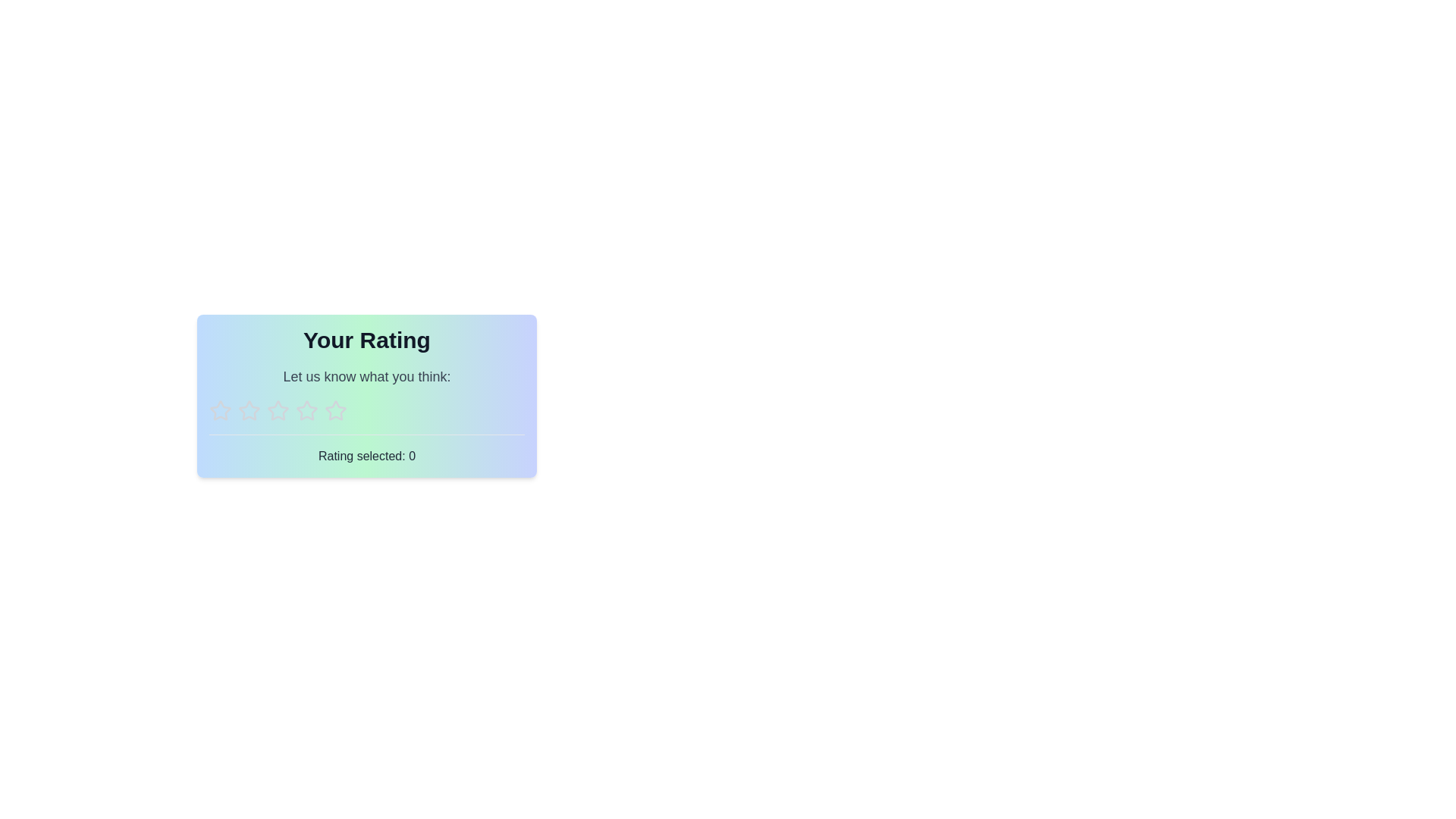 This screenshot has width=1456, height=819. What do you see at coordinates (367, 455) in the screenshot?
I see `text displayed in the Text Display element that shows 'Rating selected: 0', which is centrally aligned at the bottom of the card-like structure` at bounding box center [367, 455].